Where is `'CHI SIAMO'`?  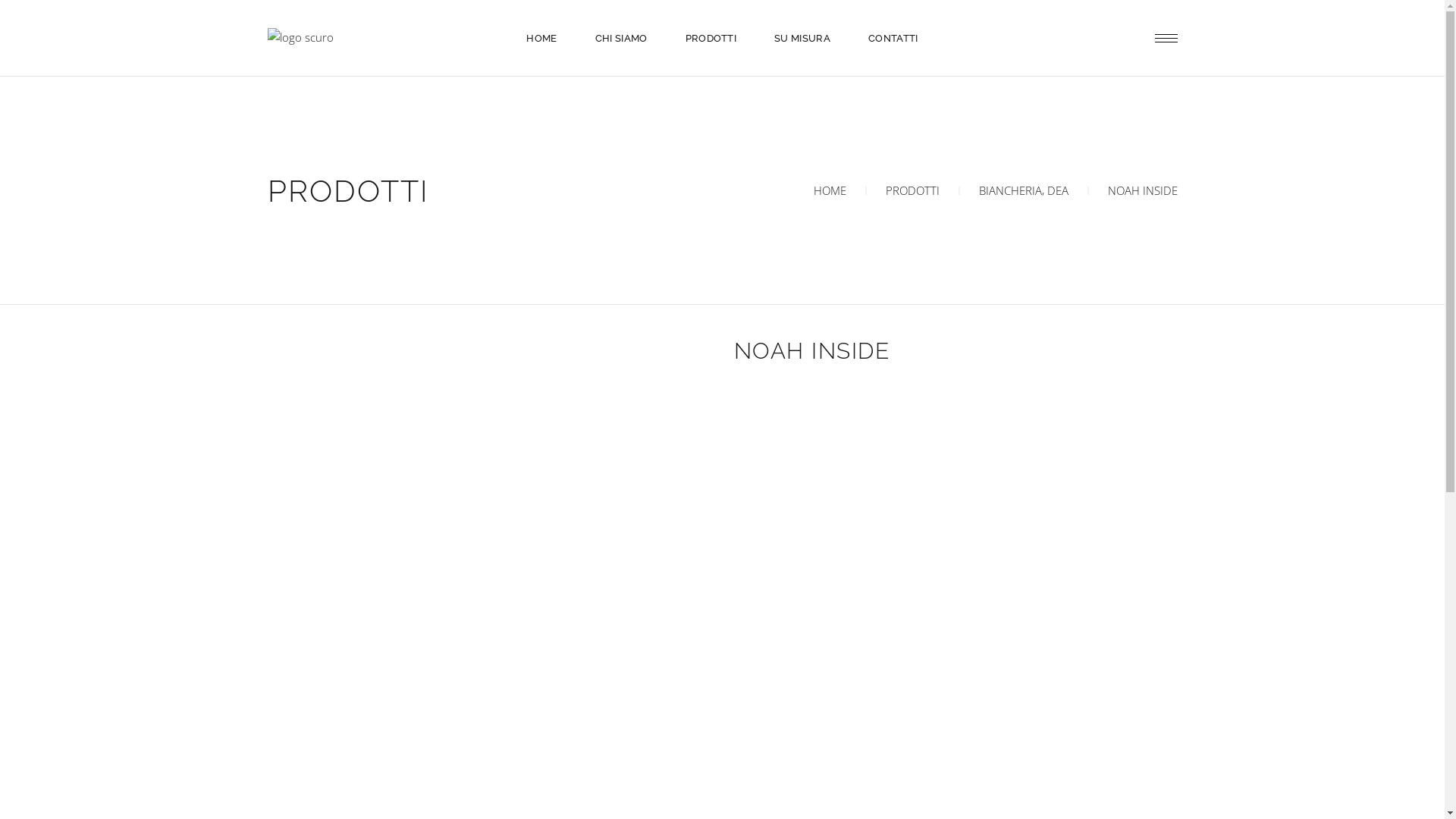 'CHI SIAMO' is located at coordinates (621, 37).